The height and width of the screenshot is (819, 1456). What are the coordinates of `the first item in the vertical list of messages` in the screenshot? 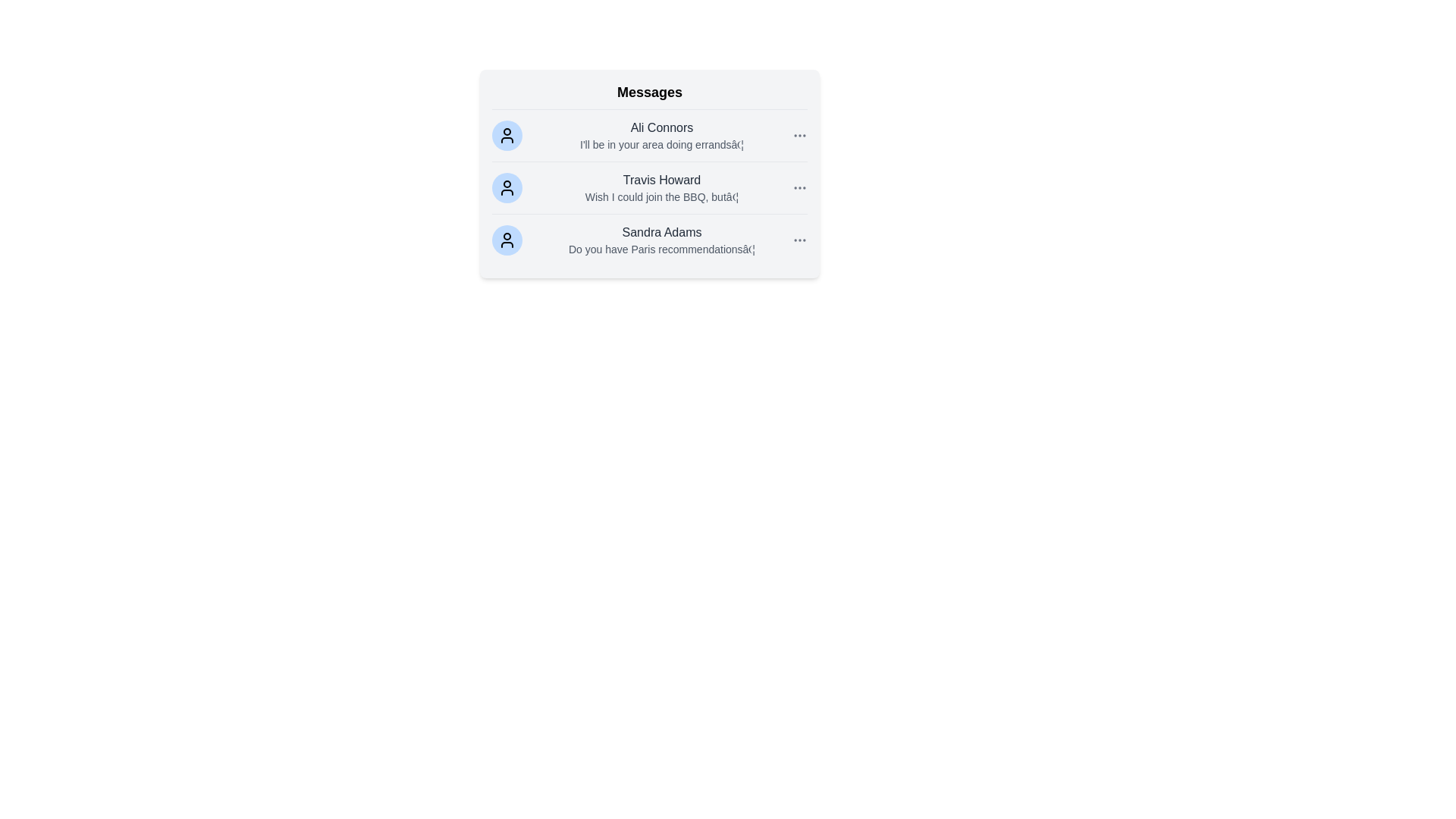 It's located at (650, 135).